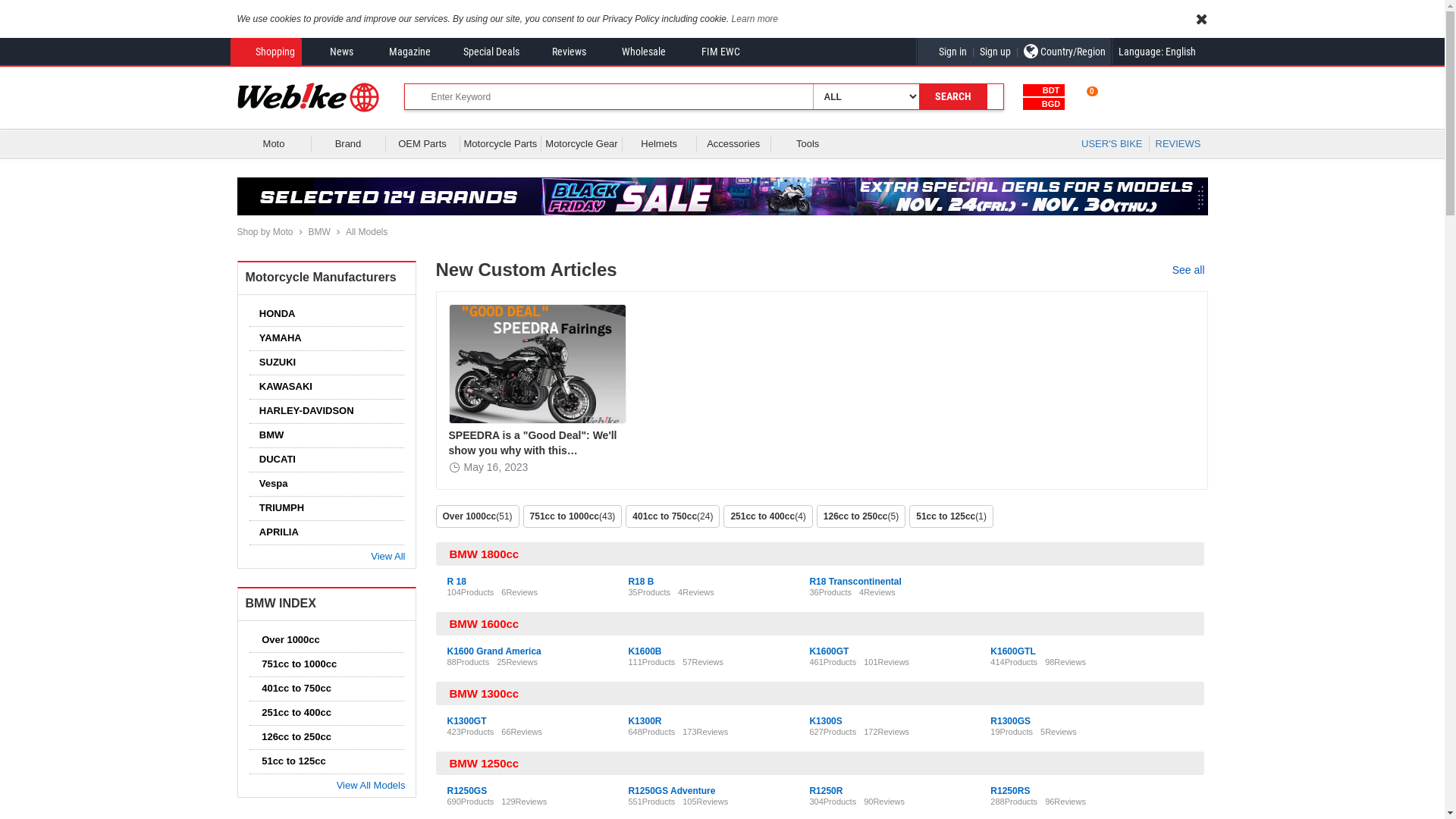 The image size is (1456, 819). Describe the element at coordinates (704, 800) in the screenshot. I see `'105Reviews'` at that location.